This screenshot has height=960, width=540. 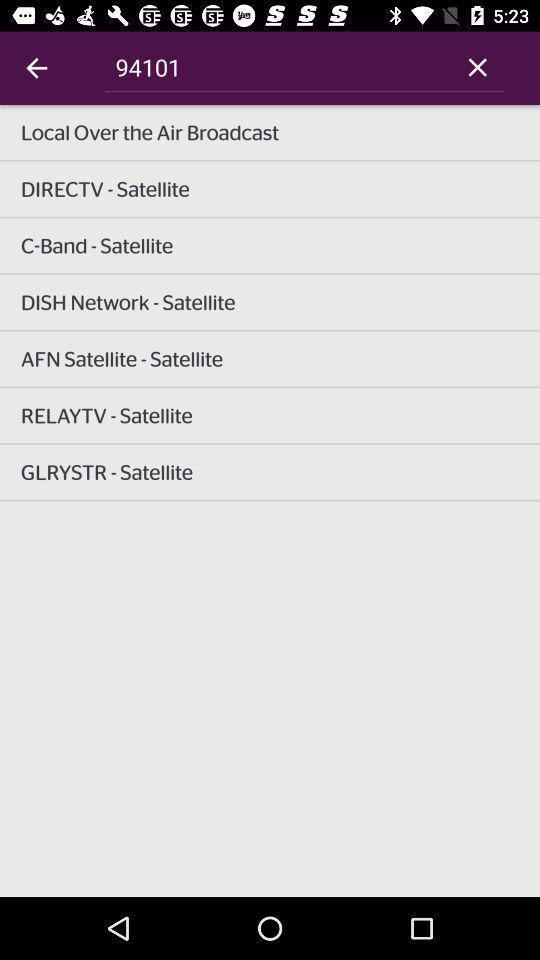 What do you see at coordinates (277, 67) in the screenshot?
I see `item above local over the` at bounding box center [277, 67].